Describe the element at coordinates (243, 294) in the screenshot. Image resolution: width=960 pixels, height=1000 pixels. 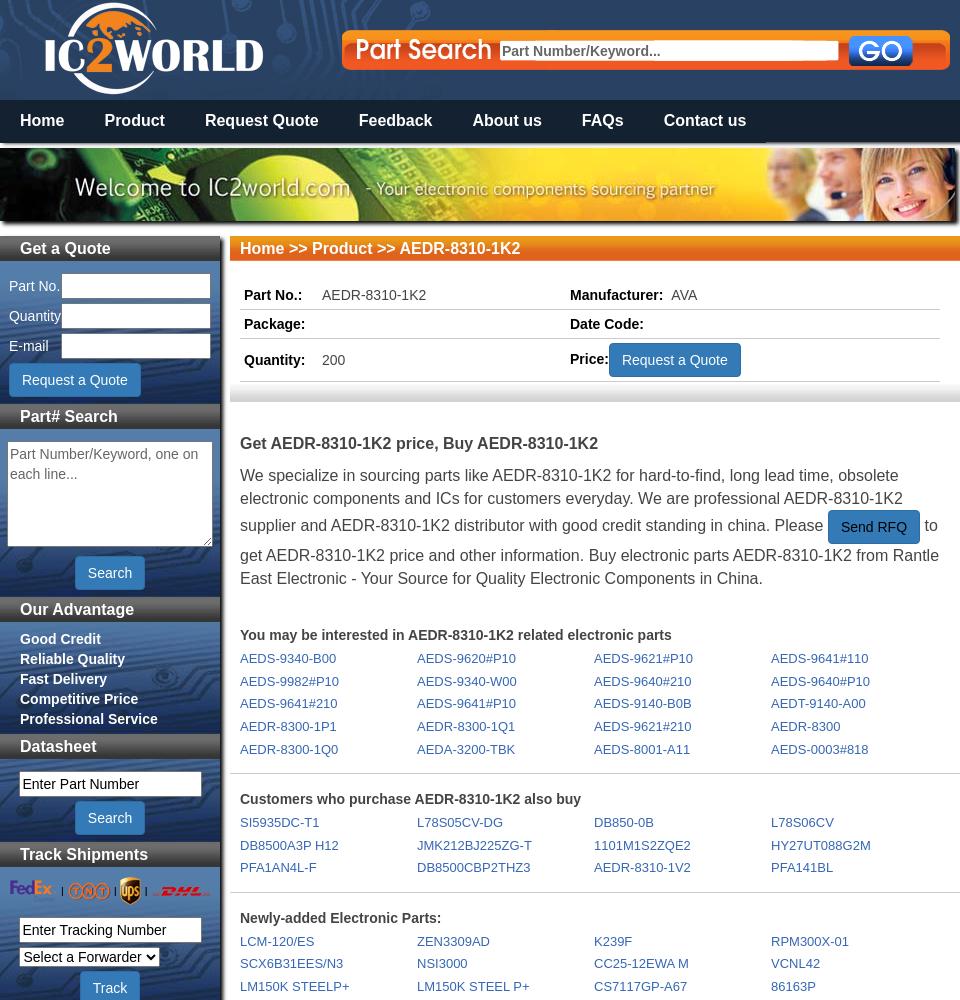
I see `'Part No.:'` at that location.